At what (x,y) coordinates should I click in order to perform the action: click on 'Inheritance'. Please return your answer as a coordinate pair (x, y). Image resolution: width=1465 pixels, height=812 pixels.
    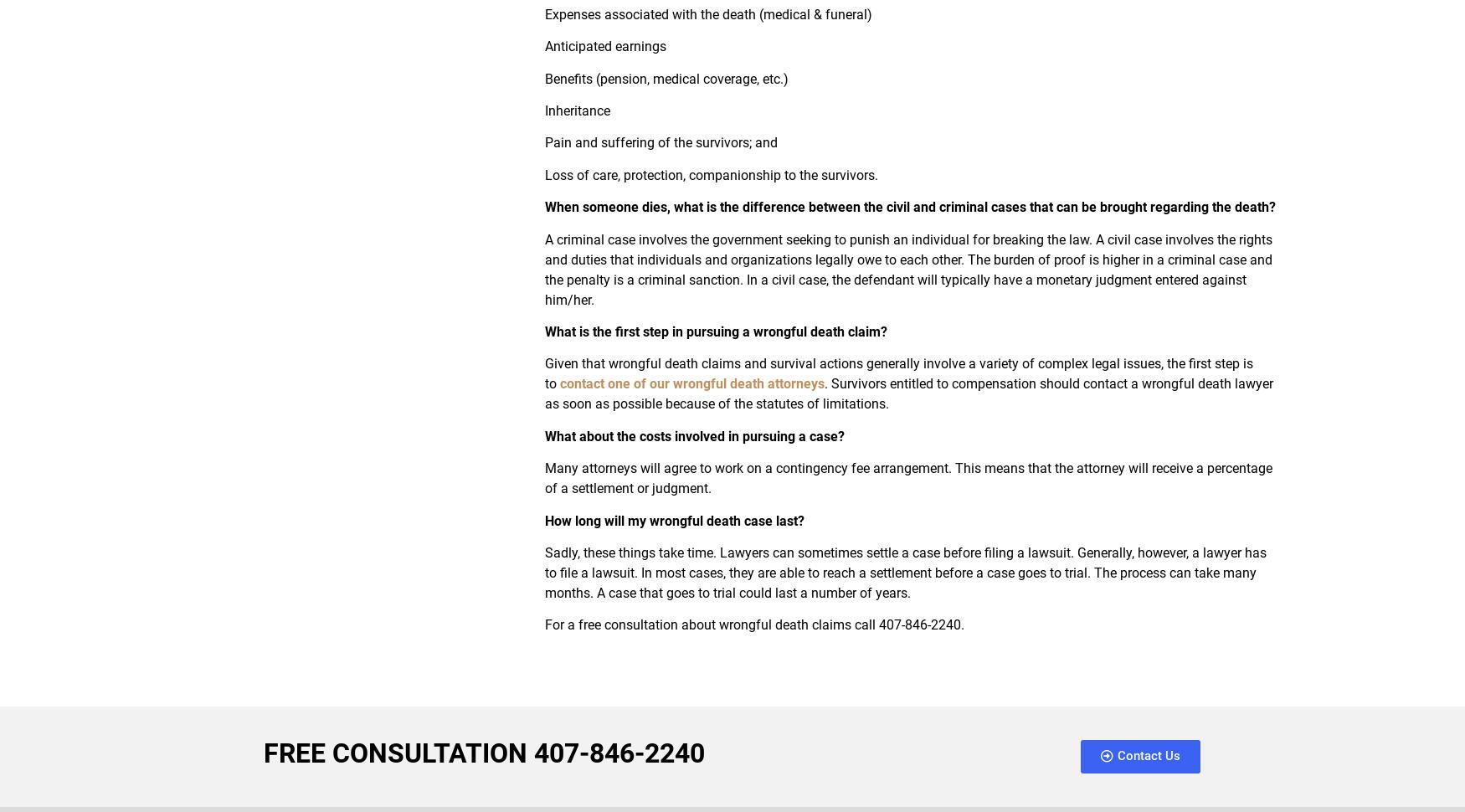
    Looking at the image, I should click on (542, 110).